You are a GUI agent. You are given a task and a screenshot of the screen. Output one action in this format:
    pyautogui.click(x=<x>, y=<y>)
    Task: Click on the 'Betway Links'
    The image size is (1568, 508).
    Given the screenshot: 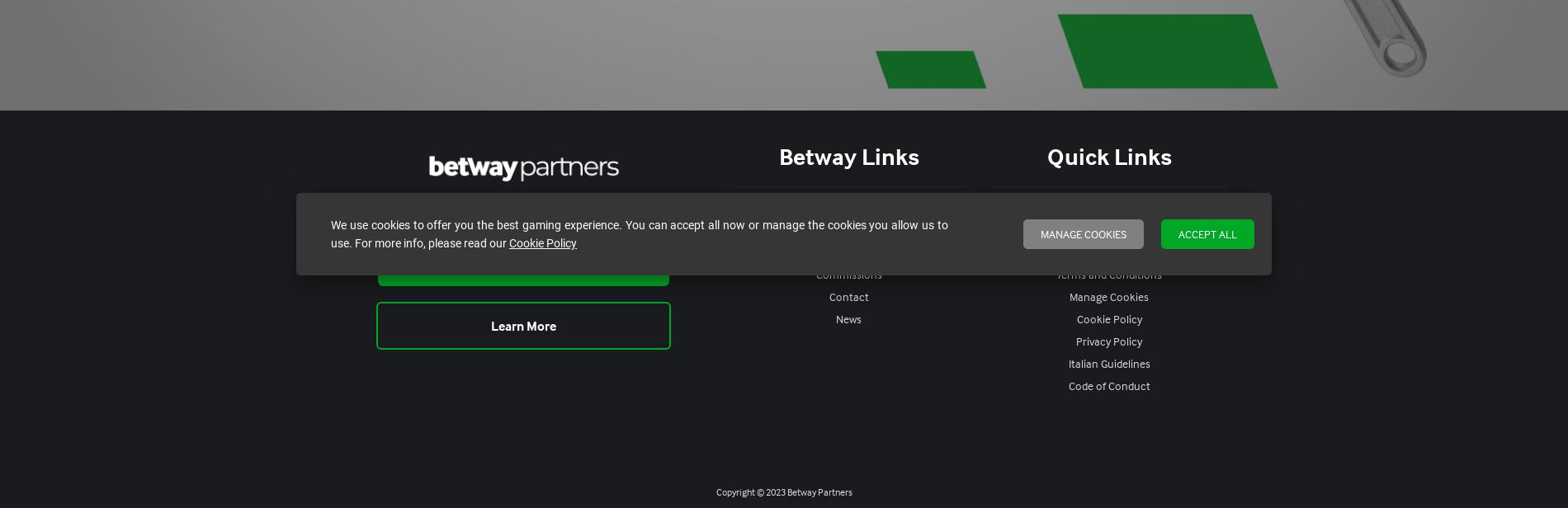 What is the action you would take?
    pyautogui.click(x=848, y=155)
    